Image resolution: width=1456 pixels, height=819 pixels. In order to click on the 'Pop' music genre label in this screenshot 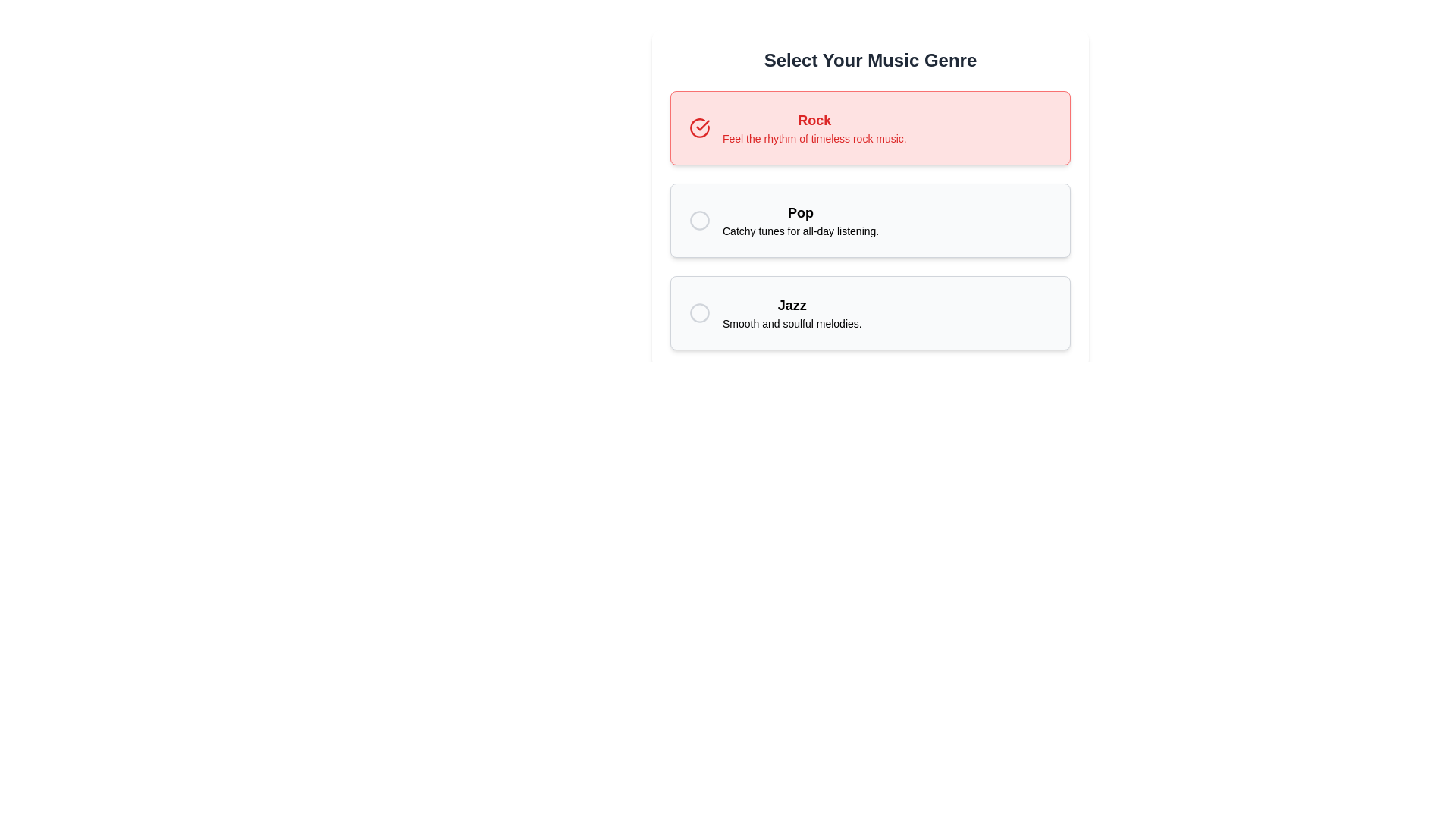, I will do `click(800, 213)`.